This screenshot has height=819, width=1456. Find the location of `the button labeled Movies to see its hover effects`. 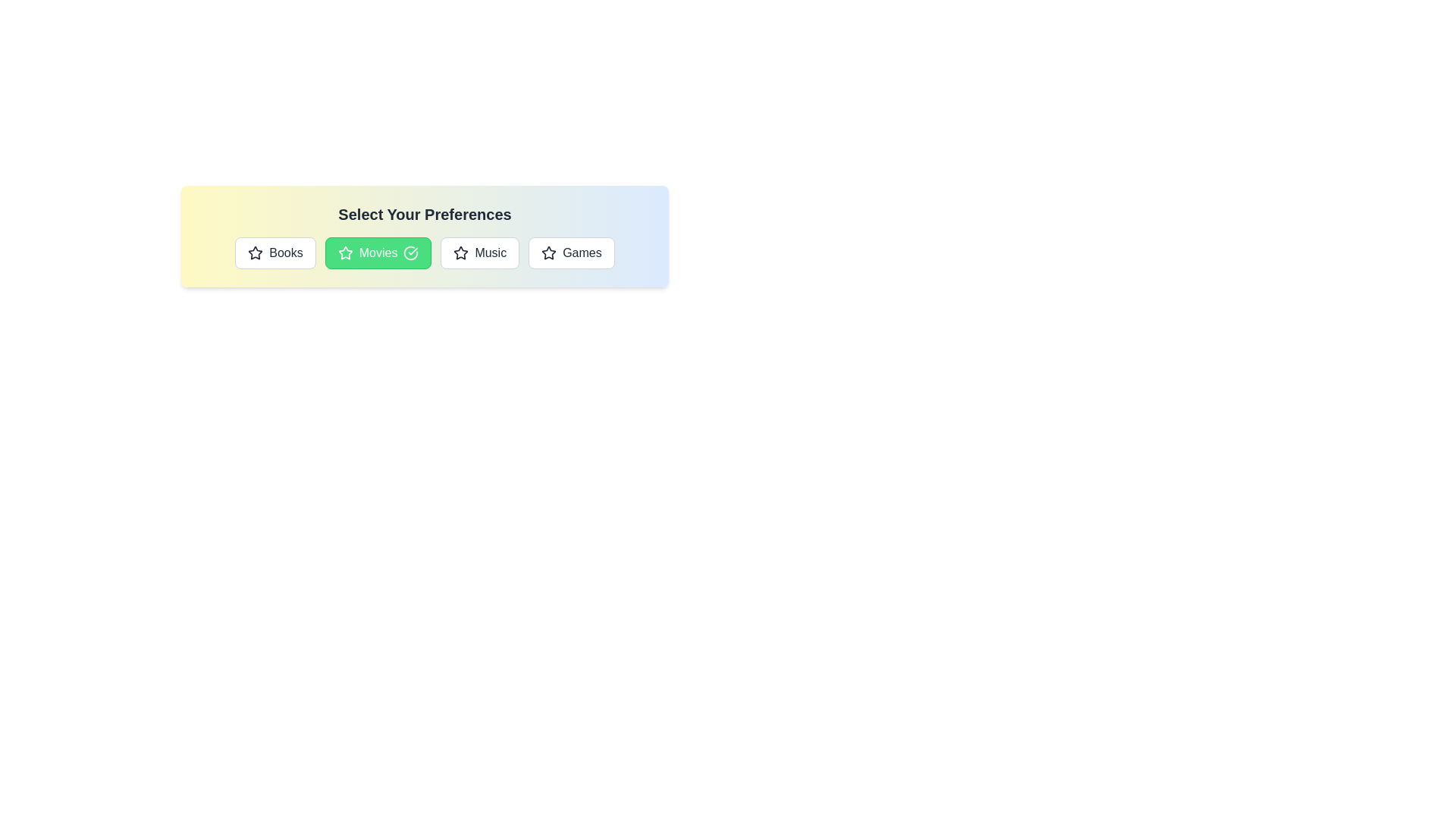

the button labeled Movies to see its hover effects is located at coordinates (378, 253).